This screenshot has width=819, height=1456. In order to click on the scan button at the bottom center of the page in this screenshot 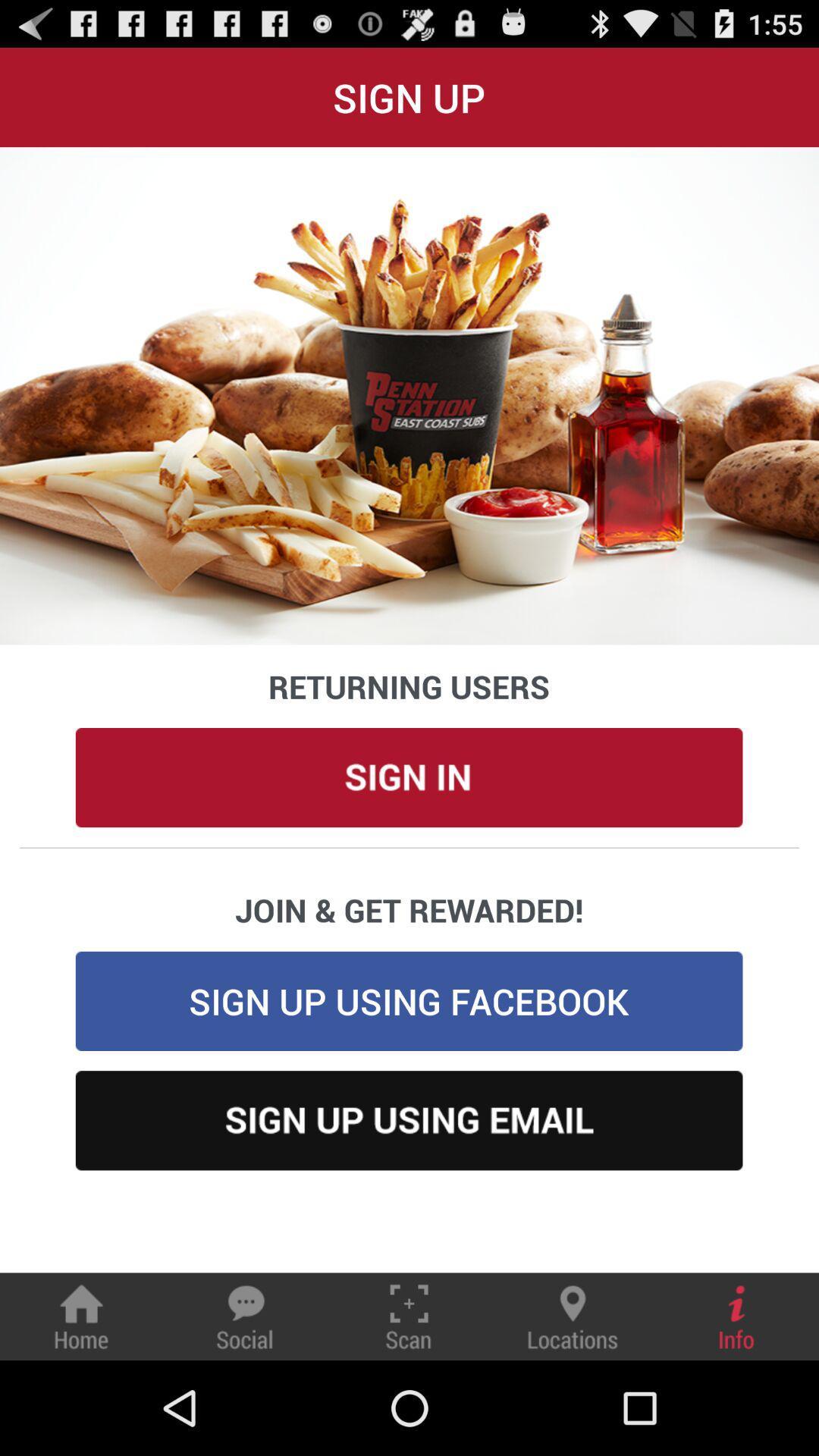, I will do `click(408, 1316)`.